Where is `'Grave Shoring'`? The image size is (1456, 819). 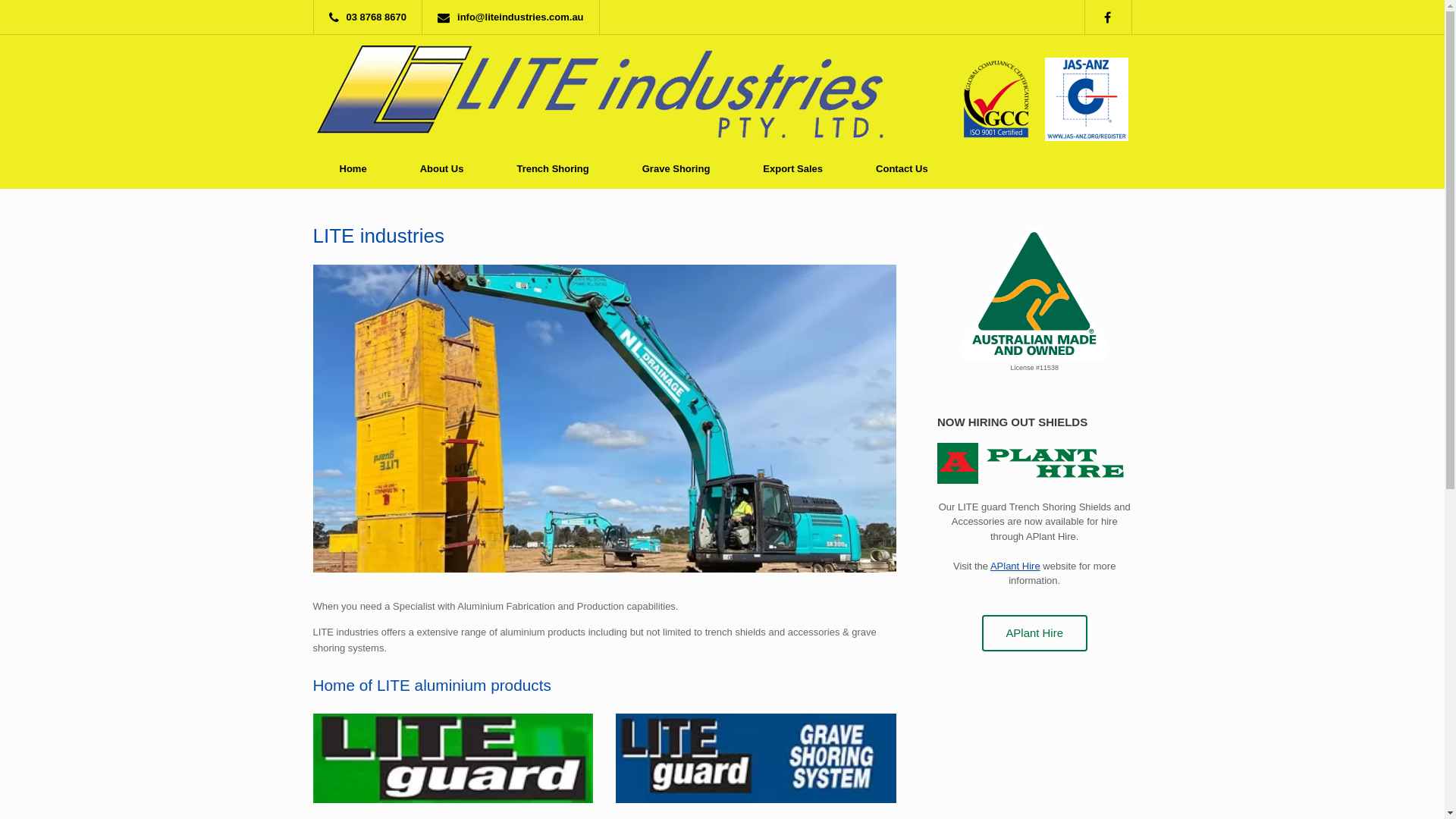 'Grave Shoring' is located at coordinates (615, 168).